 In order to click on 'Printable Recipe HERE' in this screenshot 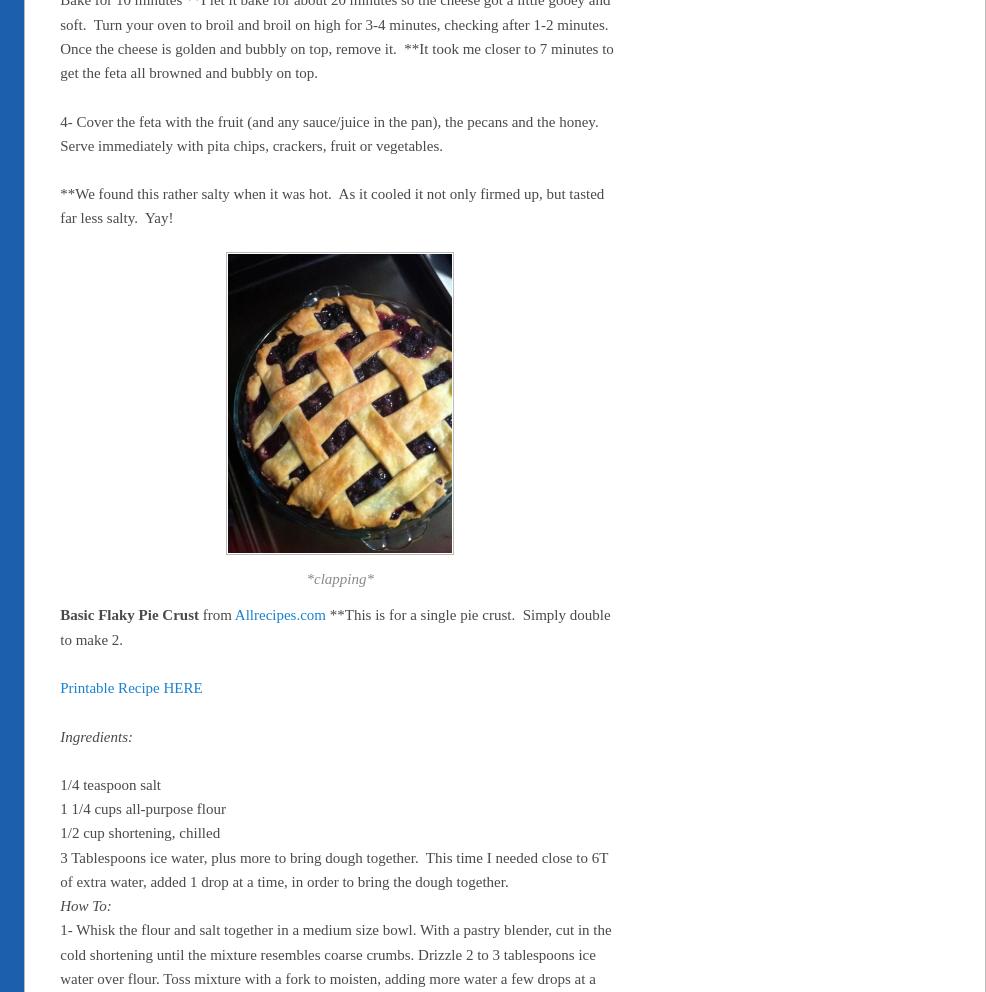, I will do `click(131, 686)`.